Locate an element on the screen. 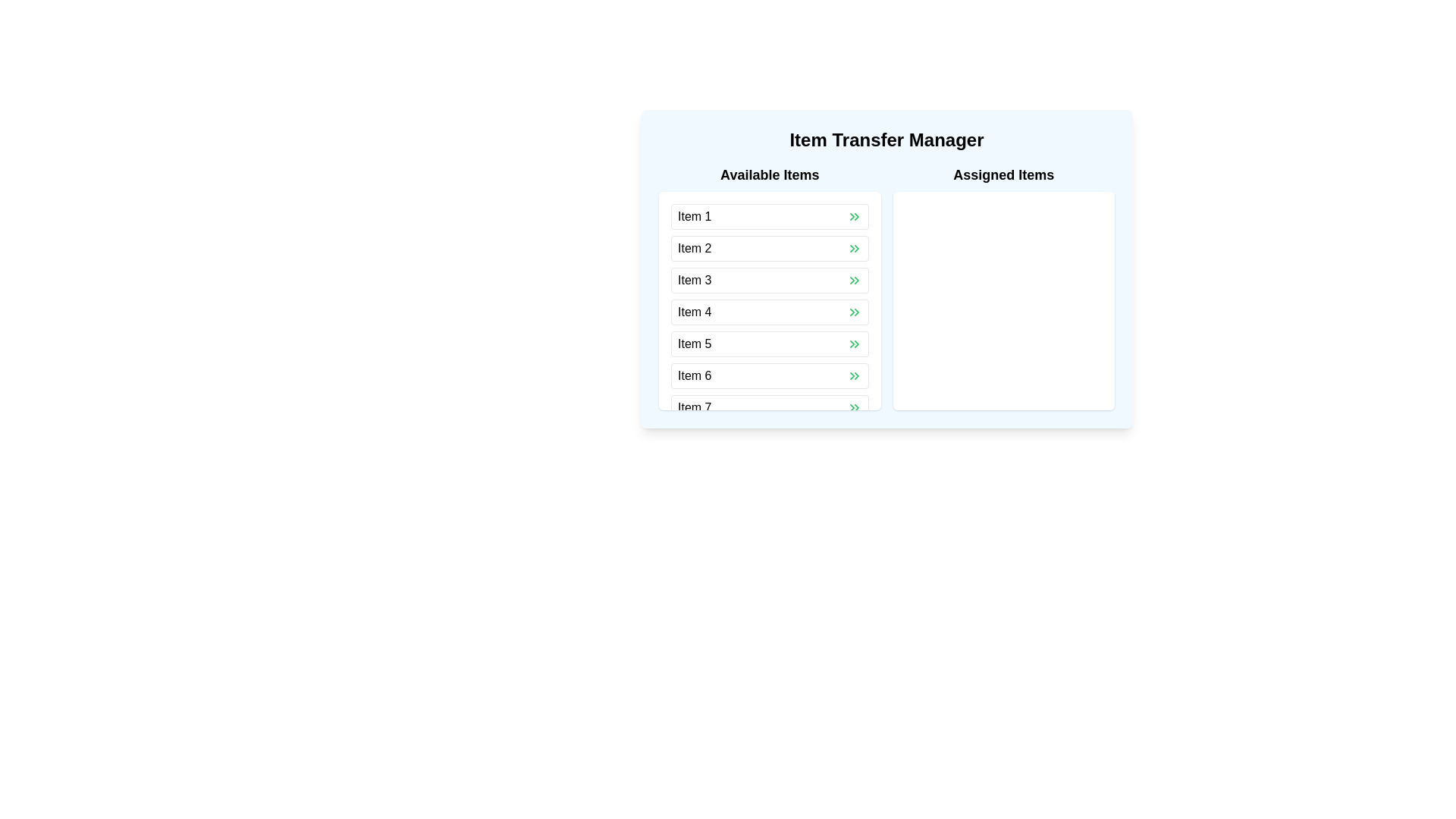  the green double-chevron arrow button on the right side of 'Item 3' to transfer the item is located at coordinates (854, 281).